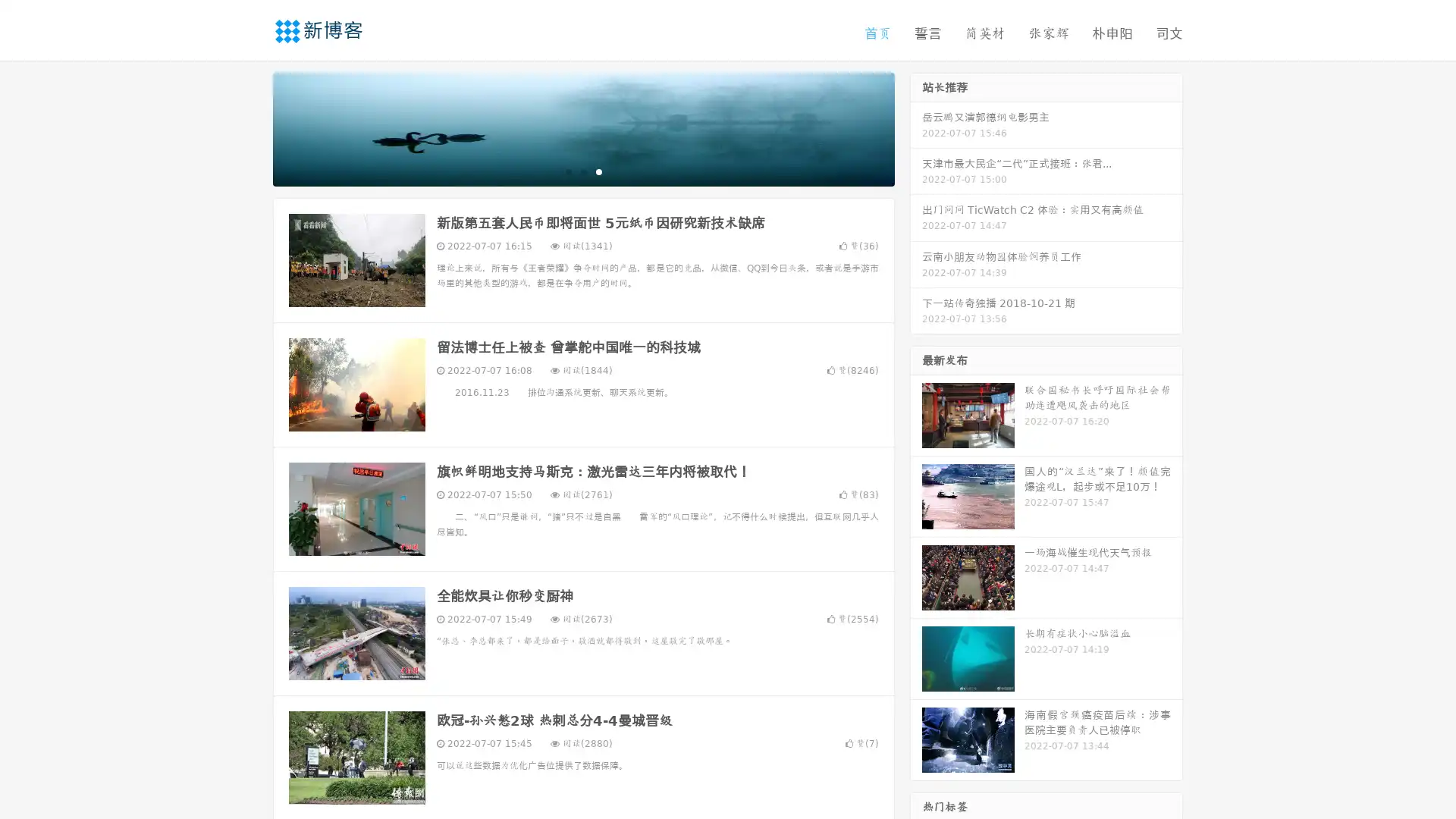 The image size is (1456, 819). Describe the element at coordinates (567, 171) in the screenshot. I see `Go to slide 1` at that location.